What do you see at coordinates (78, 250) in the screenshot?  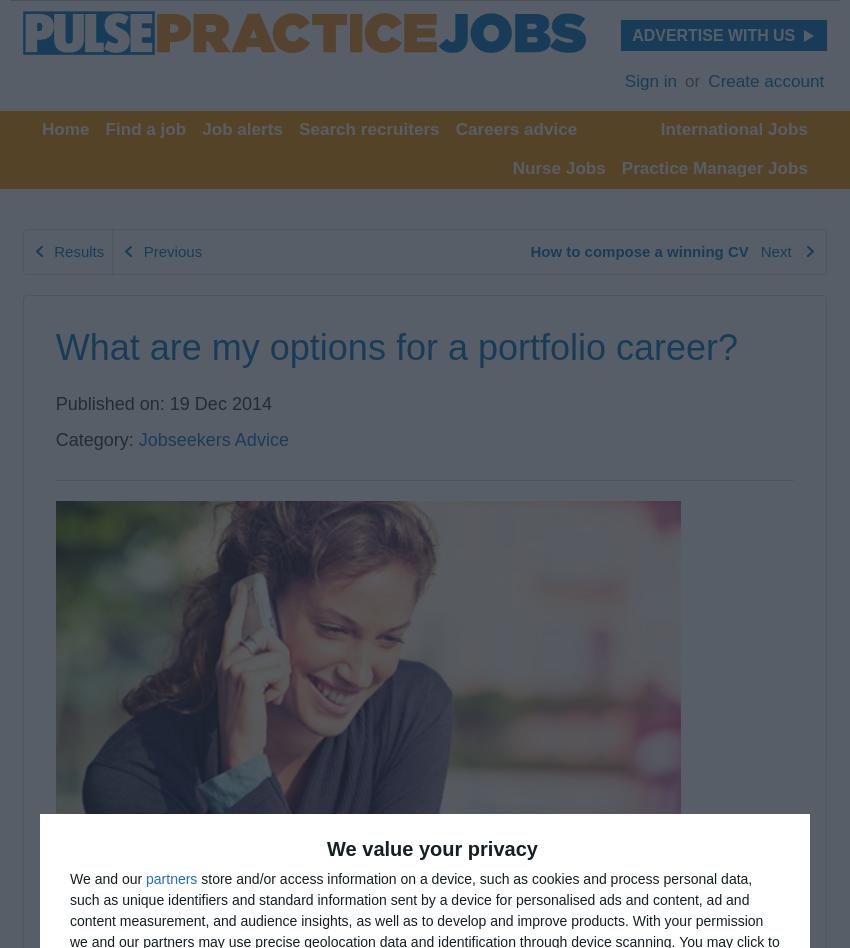 I see `'Results'` at bounding box center [78, 250].